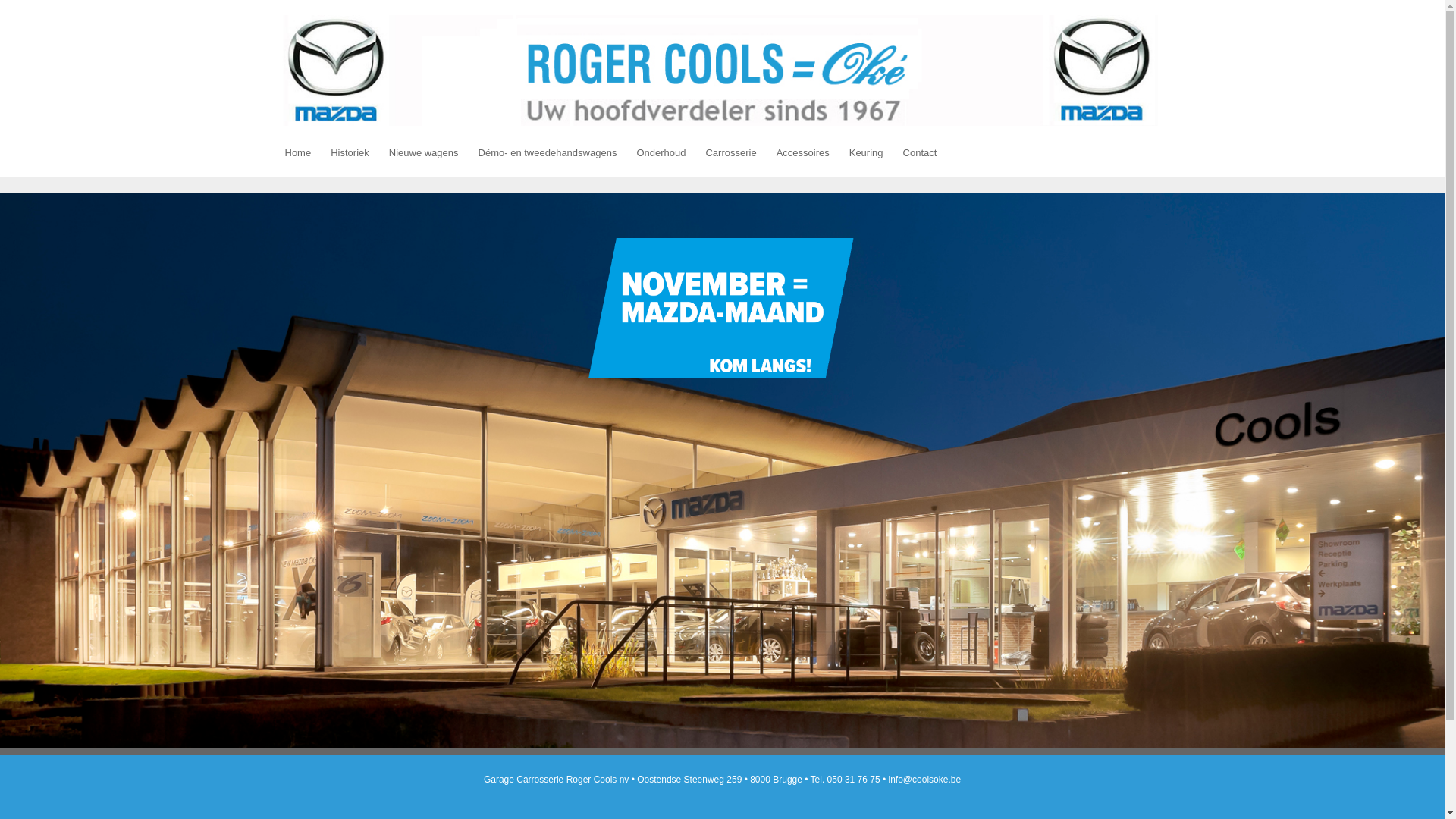 The width and height of the screenshot is (1456, 819). What do you see at coordinates (888, 780) in the screenshot?
I see `'info@coolsoke.be'` at bounding box center [888, 780].